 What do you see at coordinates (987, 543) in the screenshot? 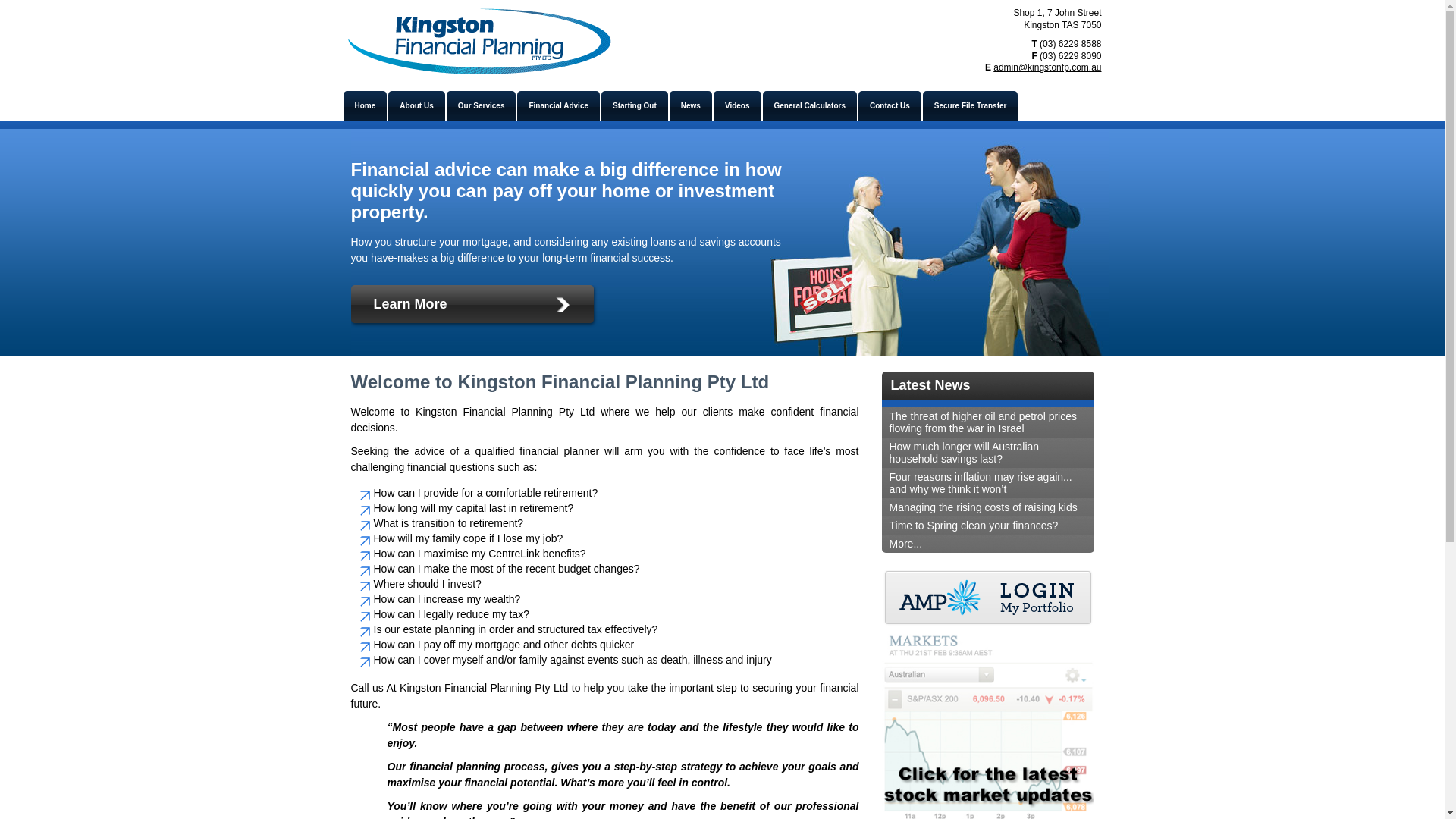
I see `'More...'` at bounding box center [987, 543].